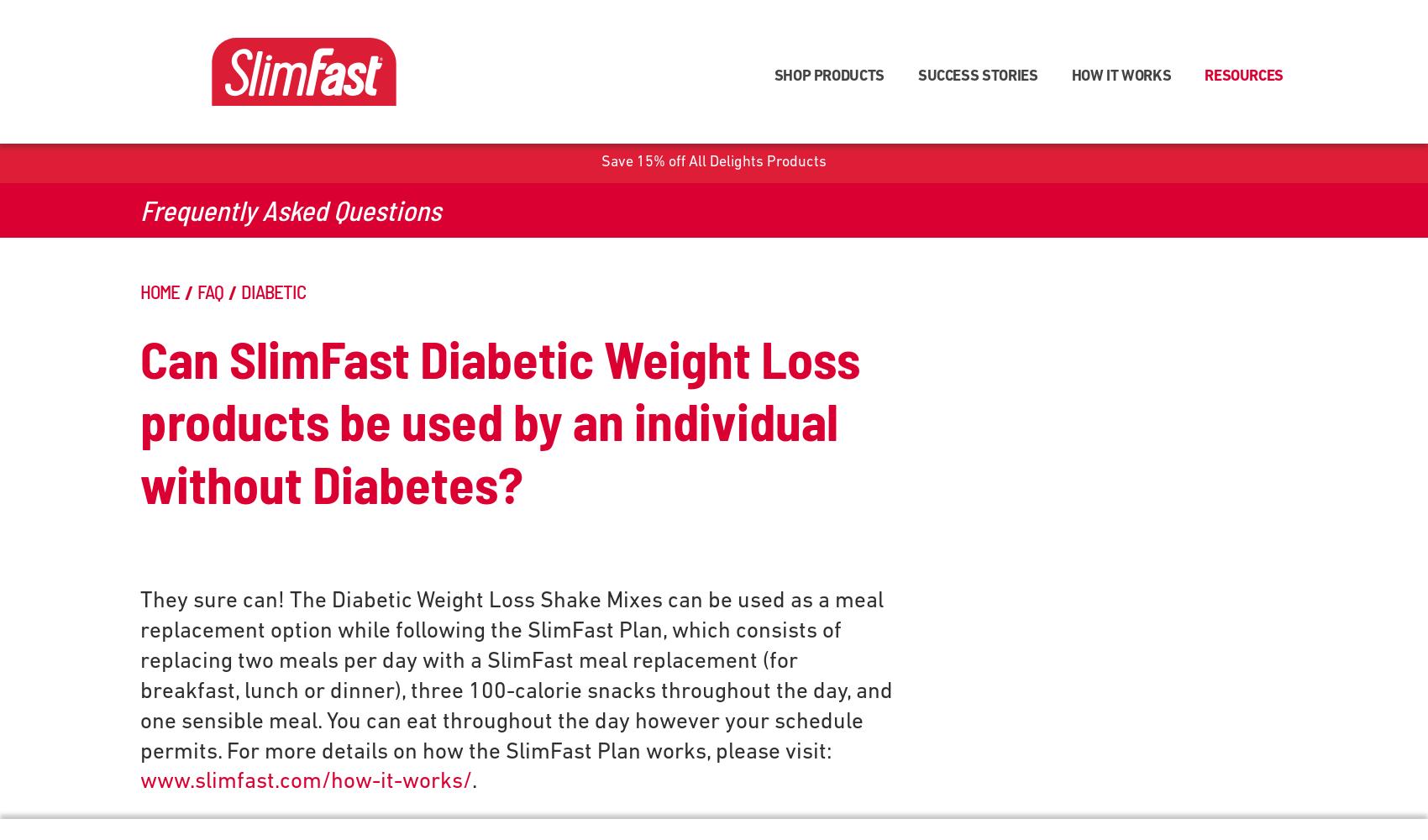 The height and width of the screenshot is (840, 1428). I want to click on 'Can SlimFast Diabetic Weight Loss products be used by an individual without Diabetes?', so click(499, 418).